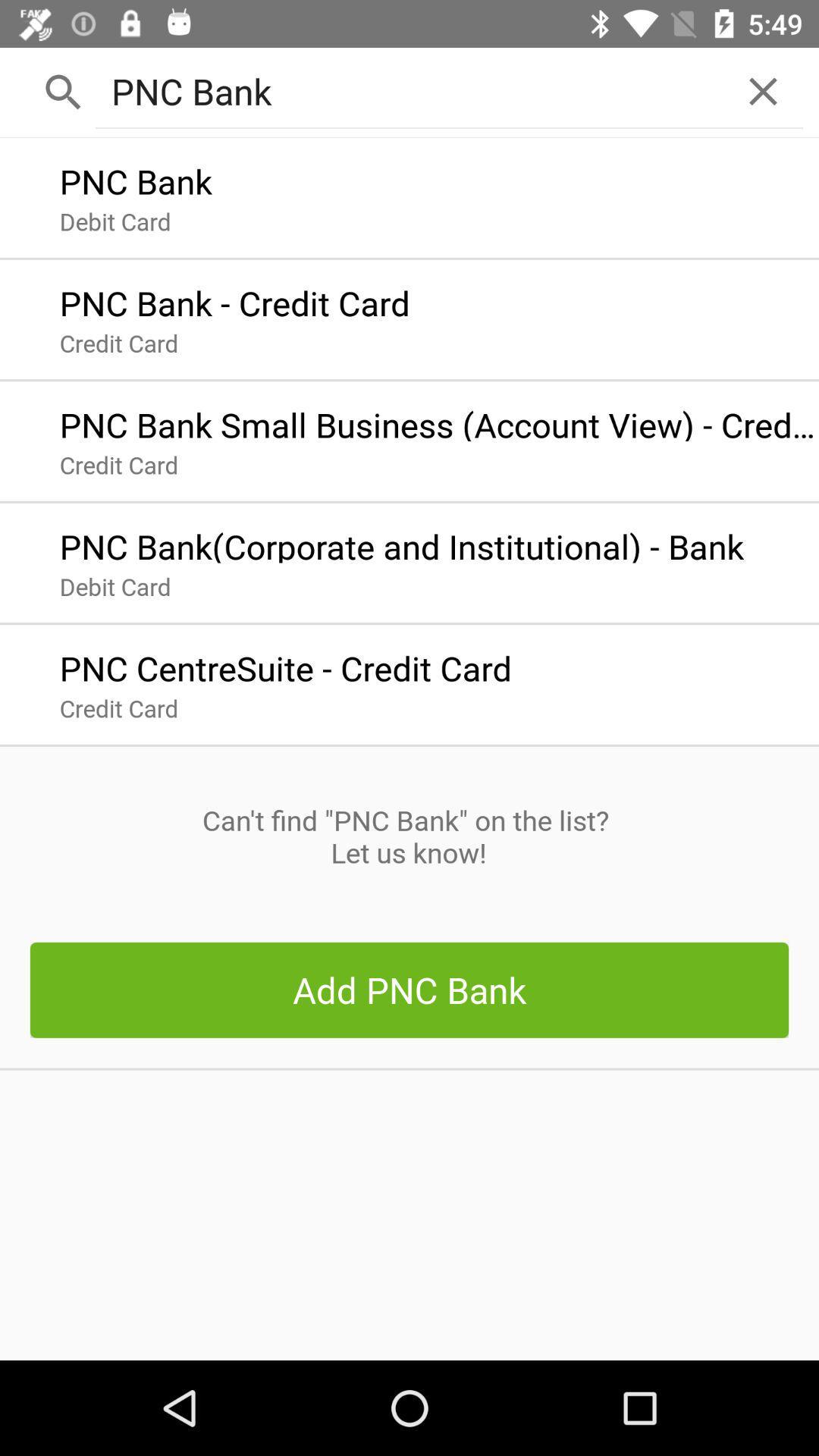 The image size is (819, 1456). I want to click on the item to the right of the pnc bank icon, so click(763, 90).